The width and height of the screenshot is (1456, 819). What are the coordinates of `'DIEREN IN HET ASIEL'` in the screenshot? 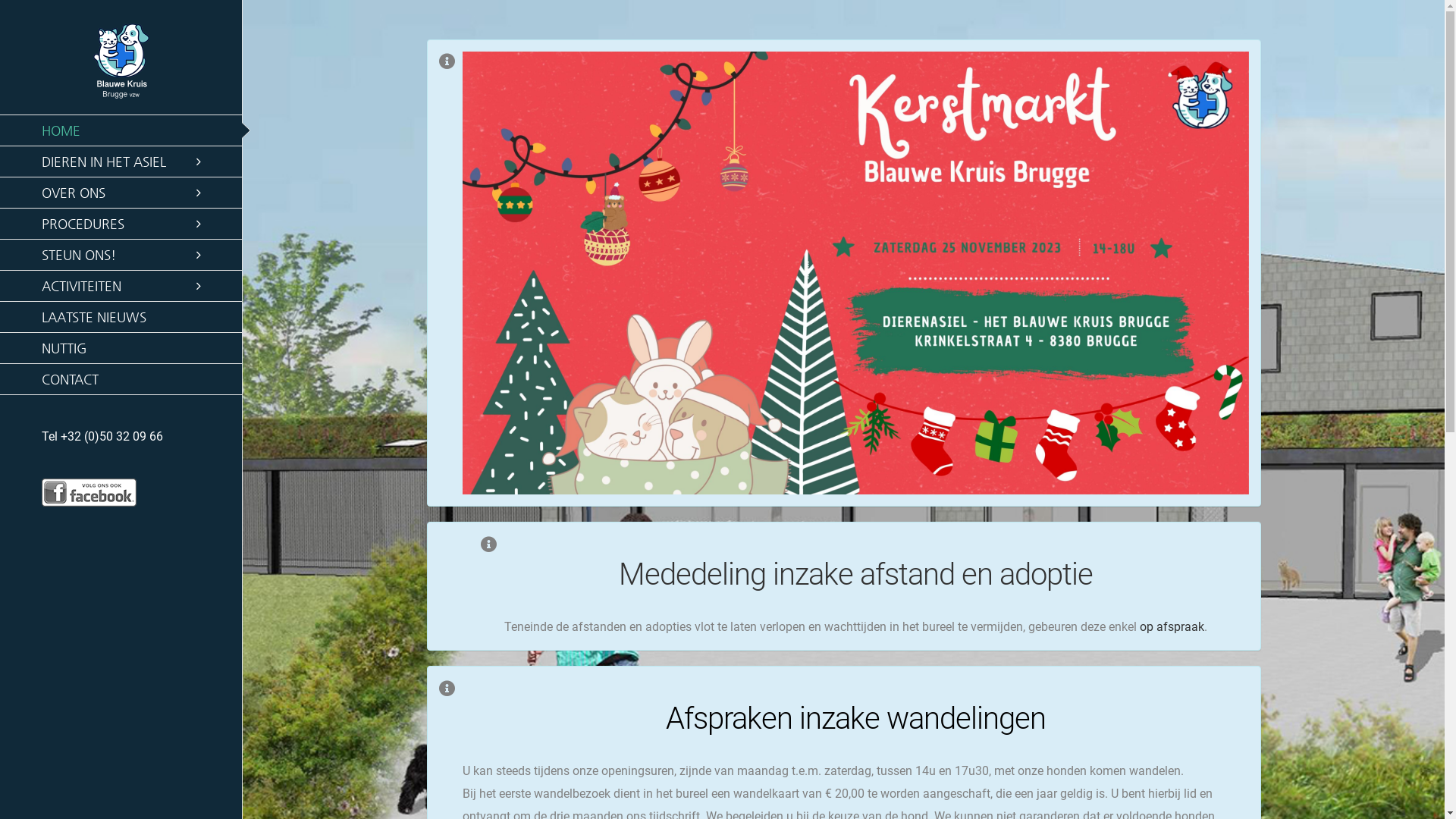 It's located at (120, 162).